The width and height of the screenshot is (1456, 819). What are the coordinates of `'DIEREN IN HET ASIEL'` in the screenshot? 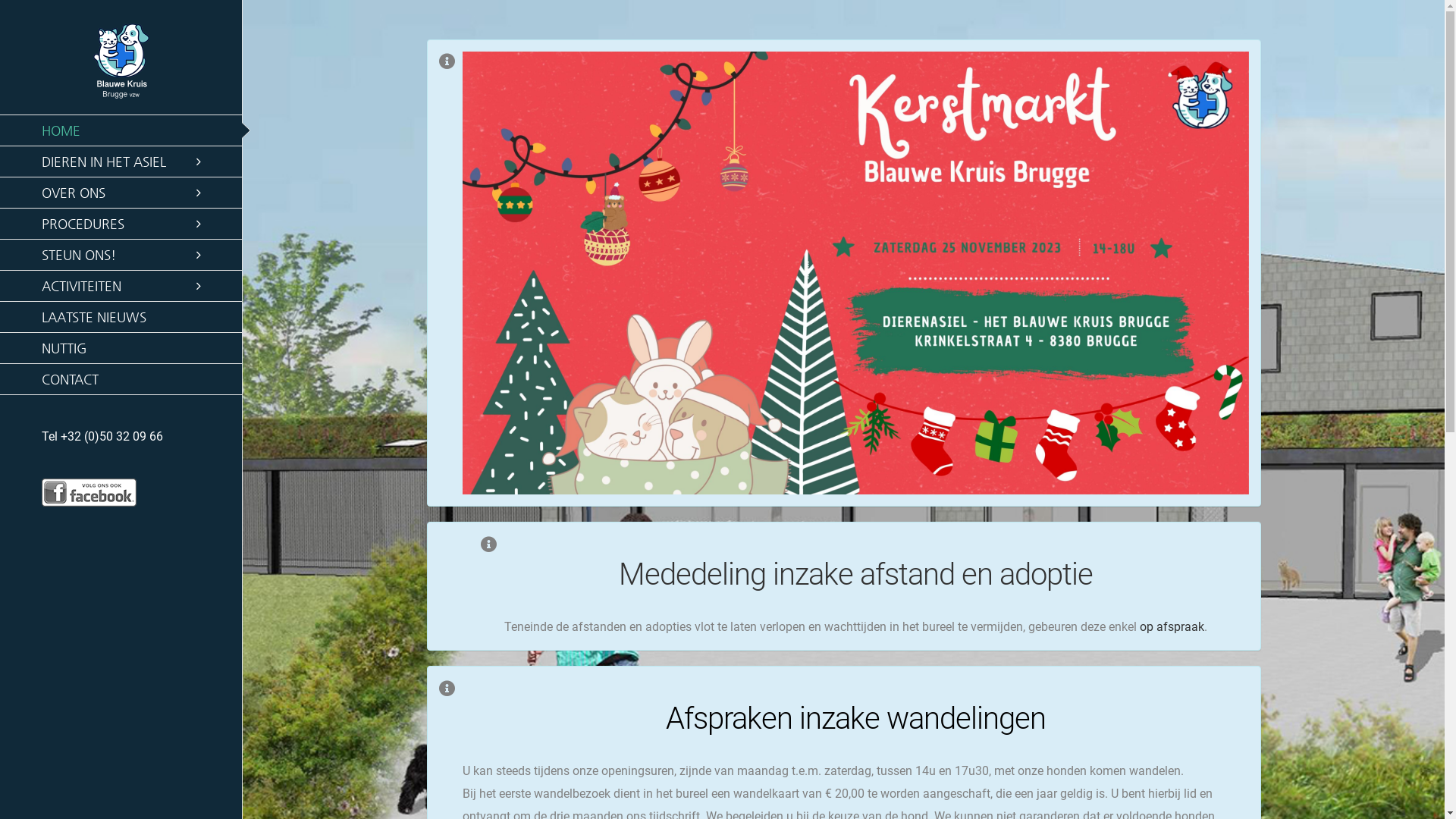 It's located at (120, 162).